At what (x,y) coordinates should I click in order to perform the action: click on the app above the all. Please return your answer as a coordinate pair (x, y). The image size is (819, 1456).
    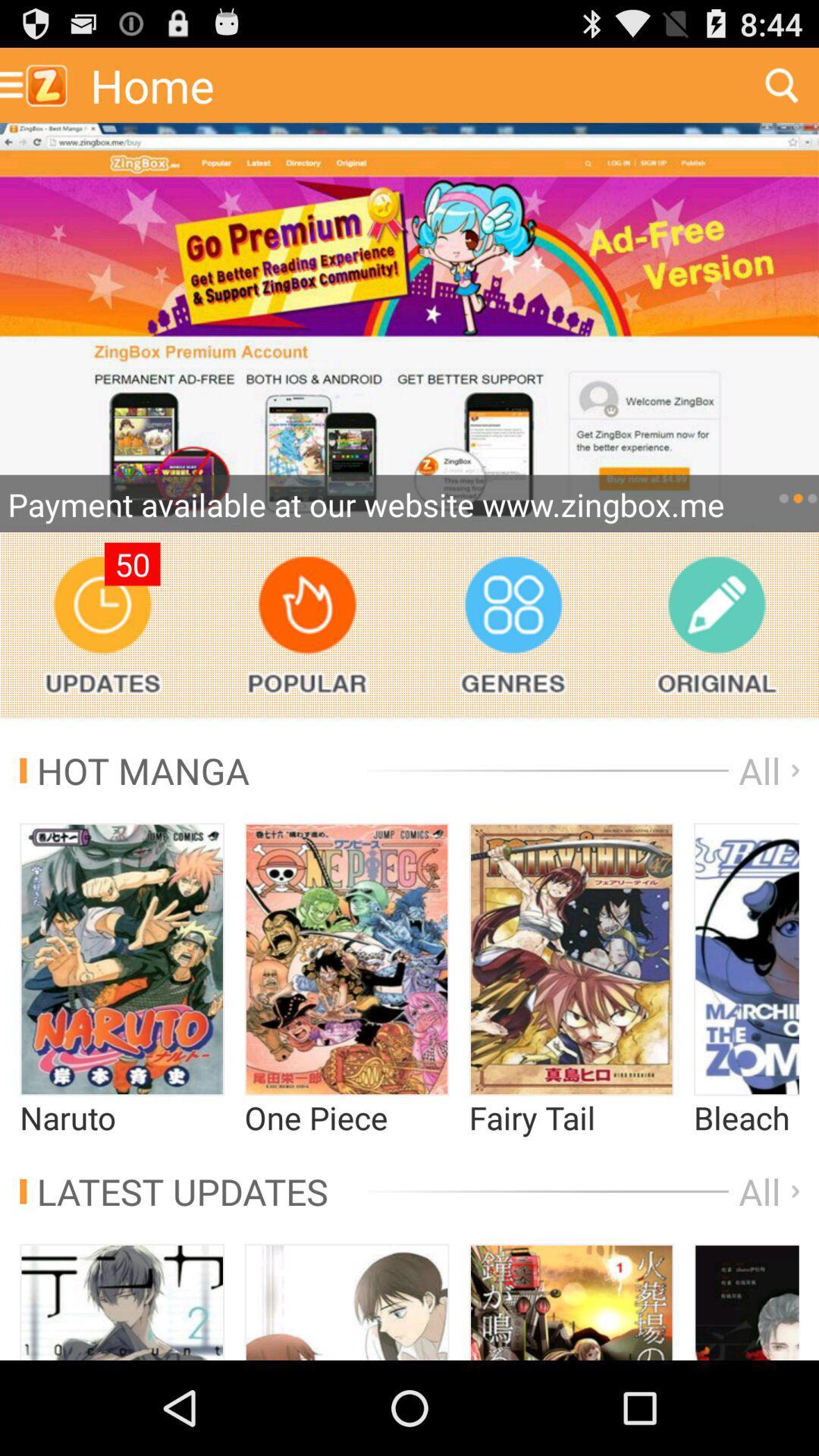
    Looking at the image, I should click on (717, 625).